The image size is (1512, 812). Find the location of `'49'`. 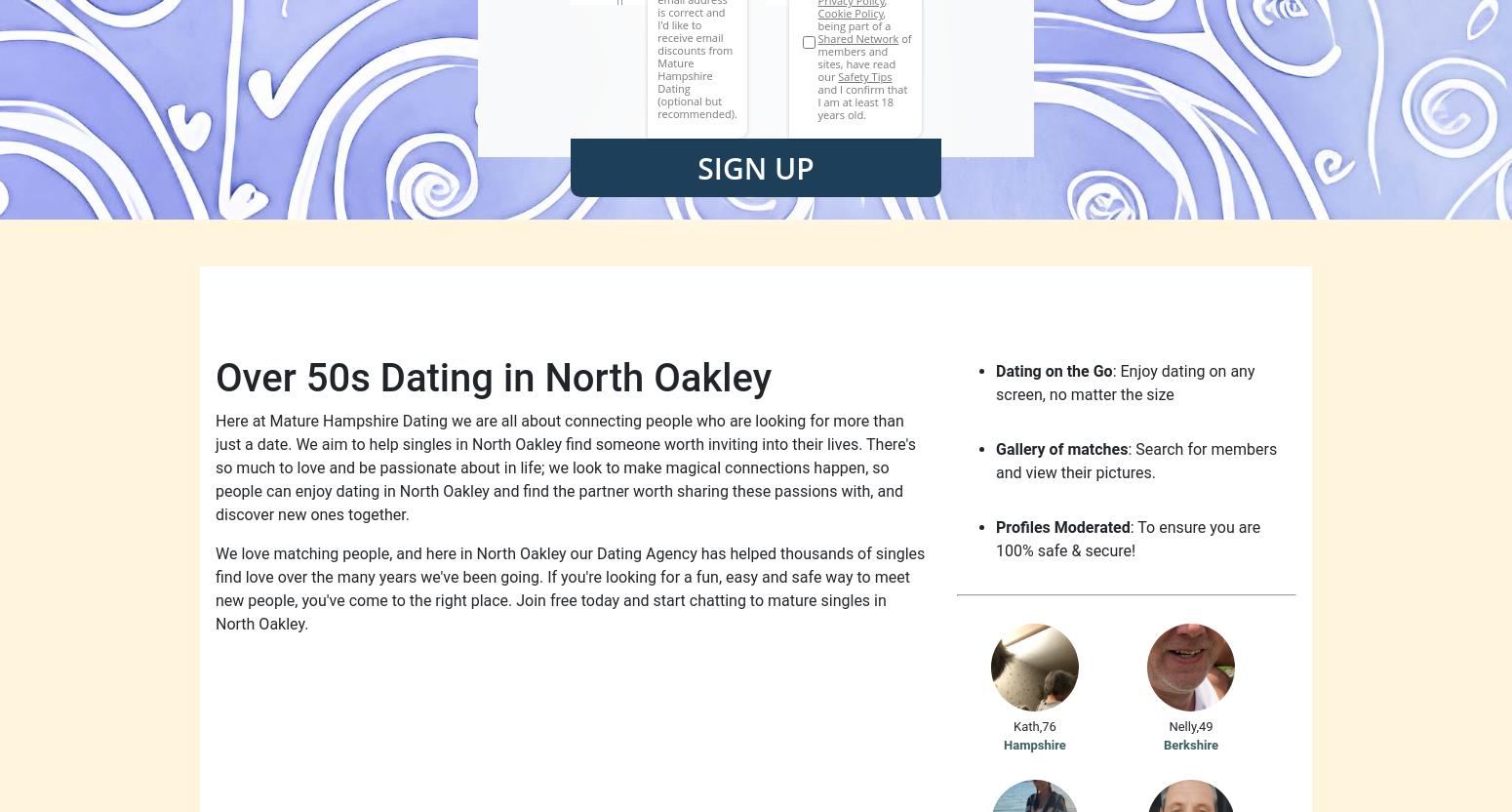

'49' is located at coordinates (1205, 725).